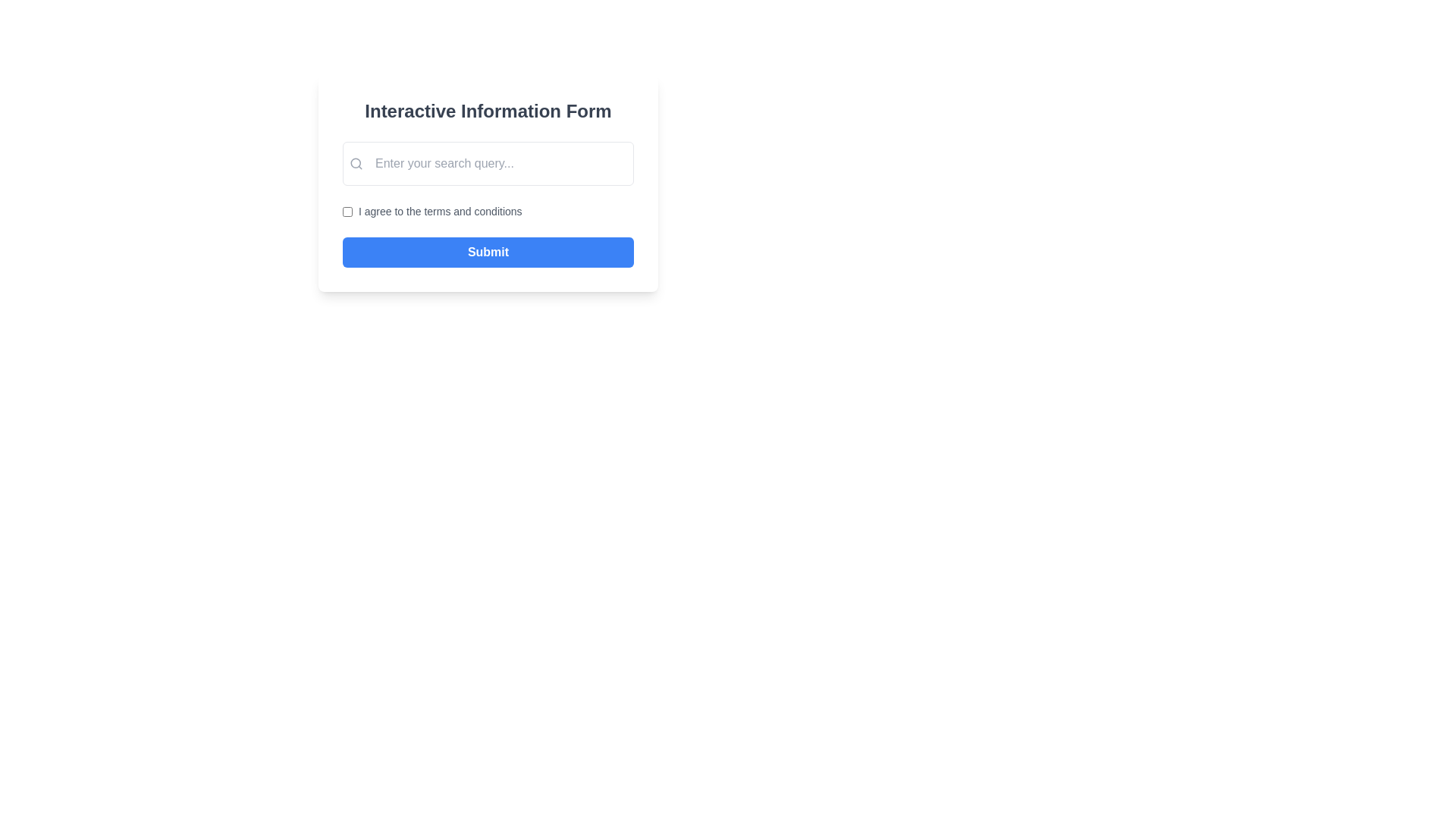  I want to click on the circular search icon with a gray border, located at the leftmost edge of the input field, so click(355, 163).